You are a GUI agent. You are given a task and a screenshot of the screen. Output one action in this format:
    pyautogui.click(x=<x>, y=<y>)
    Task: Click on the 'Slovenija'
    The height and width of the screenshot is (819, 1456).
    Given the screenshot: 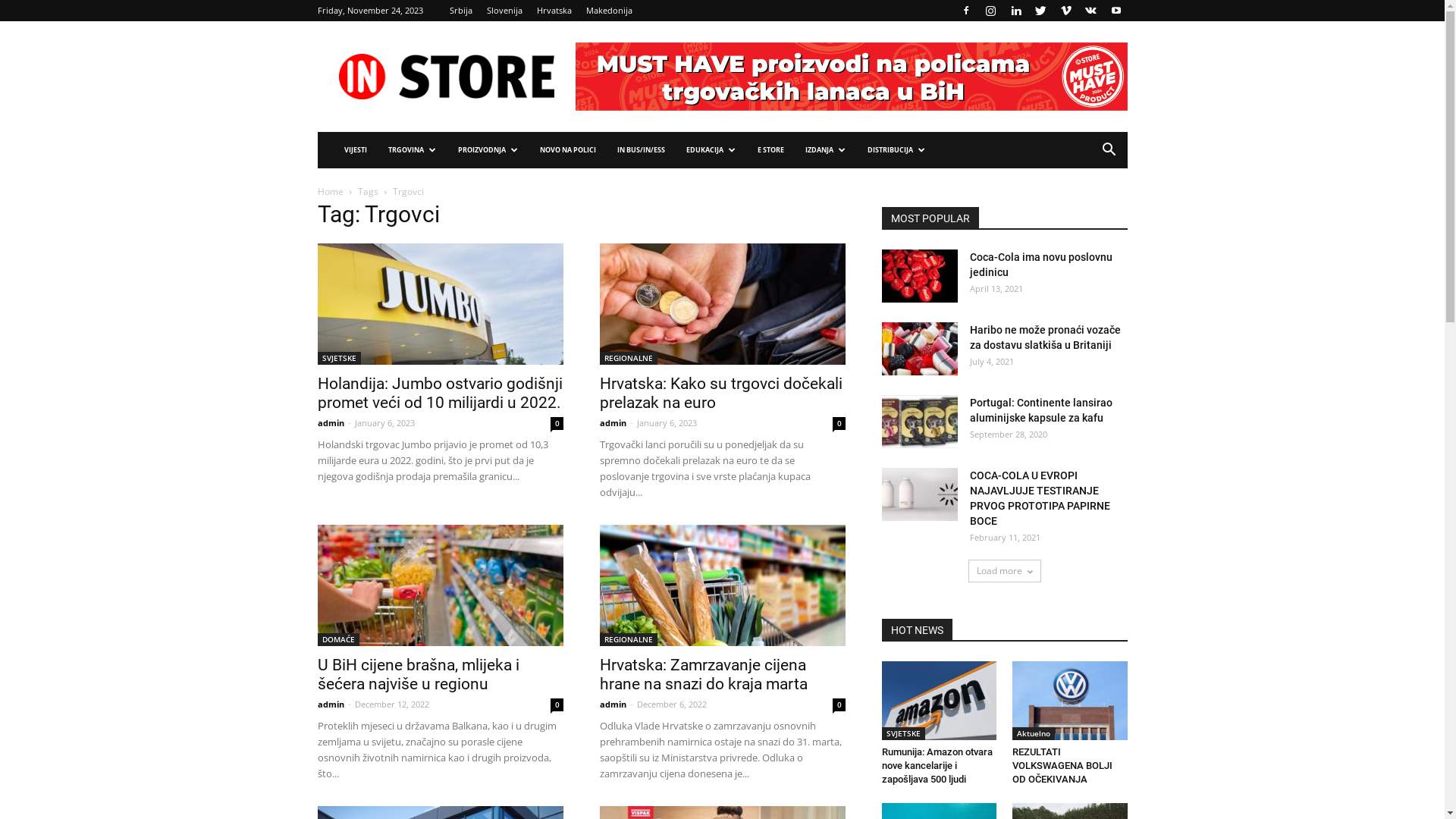 What is the action you would take?
    pyautogui.click(x=504, y=10)
    